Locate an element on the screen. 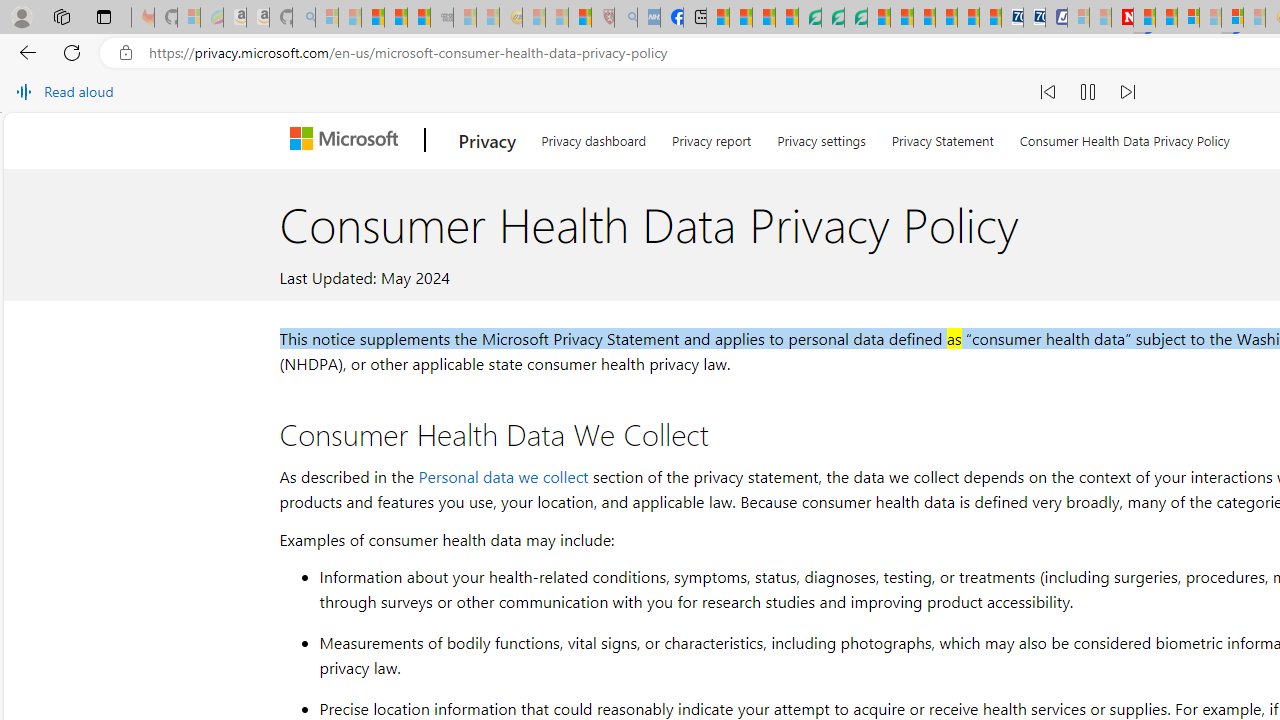 Image resolution: width=1280 pixels, height=720 pixels. 'Read previous paragraph' is located at coordinates (1047, 92).